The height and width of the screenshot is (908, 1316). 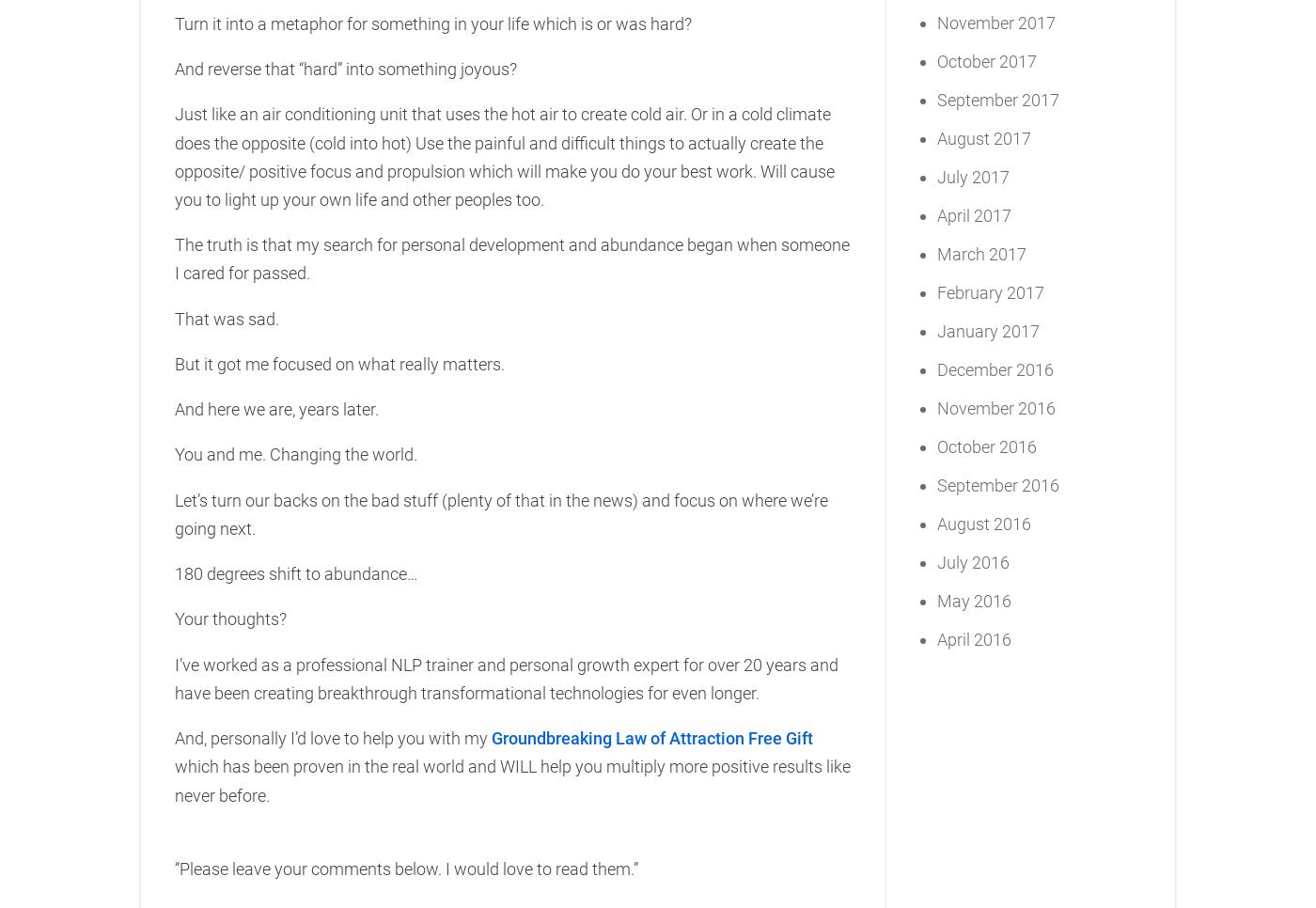 What do you see at coordinates (974, 638) in the screenshot?
I see `'April 2016'` at bounding box center [974, 638].